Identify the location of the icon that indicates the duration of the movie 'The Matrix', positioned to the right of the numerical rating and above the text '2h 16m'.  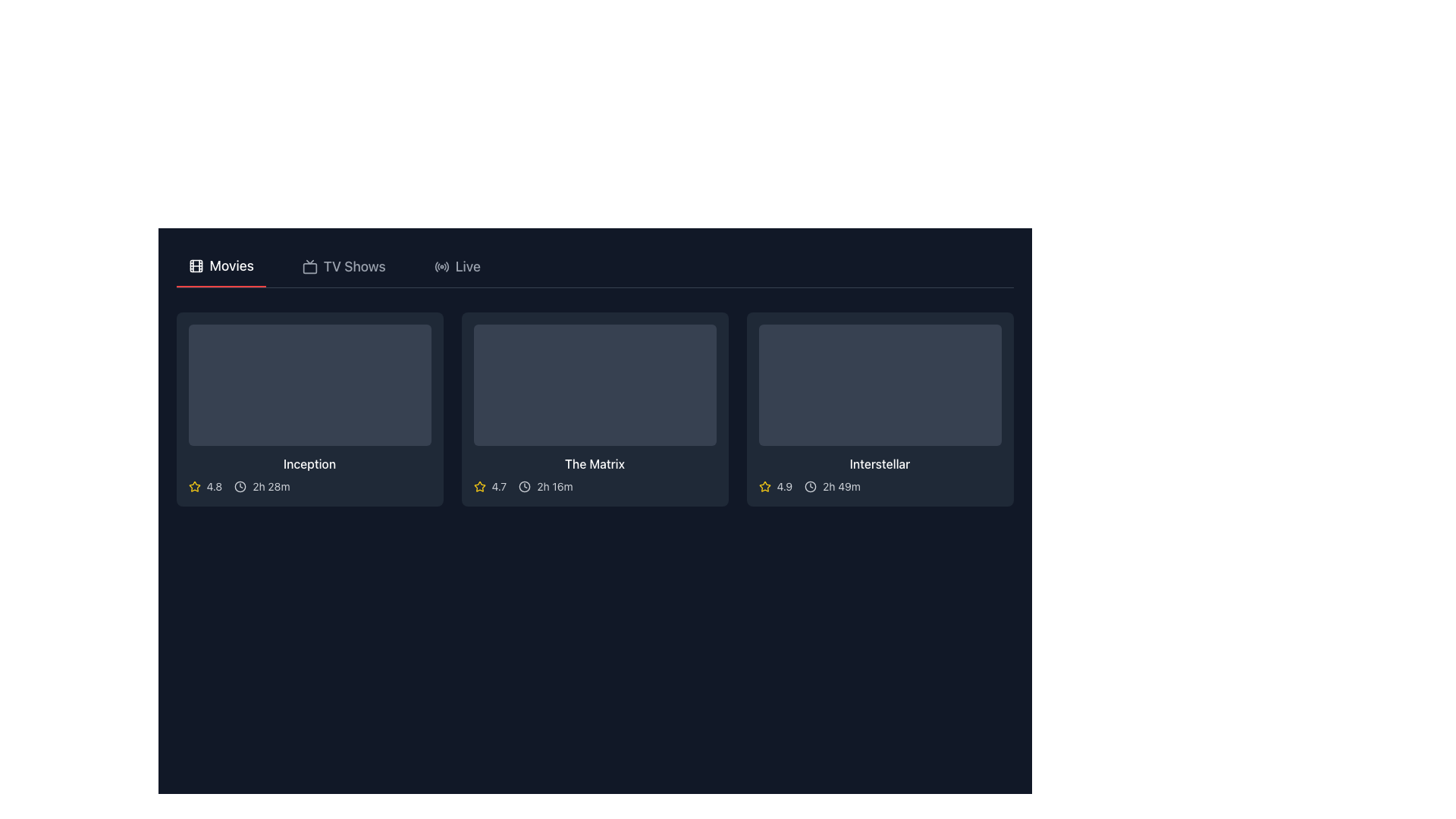
(525, 486).